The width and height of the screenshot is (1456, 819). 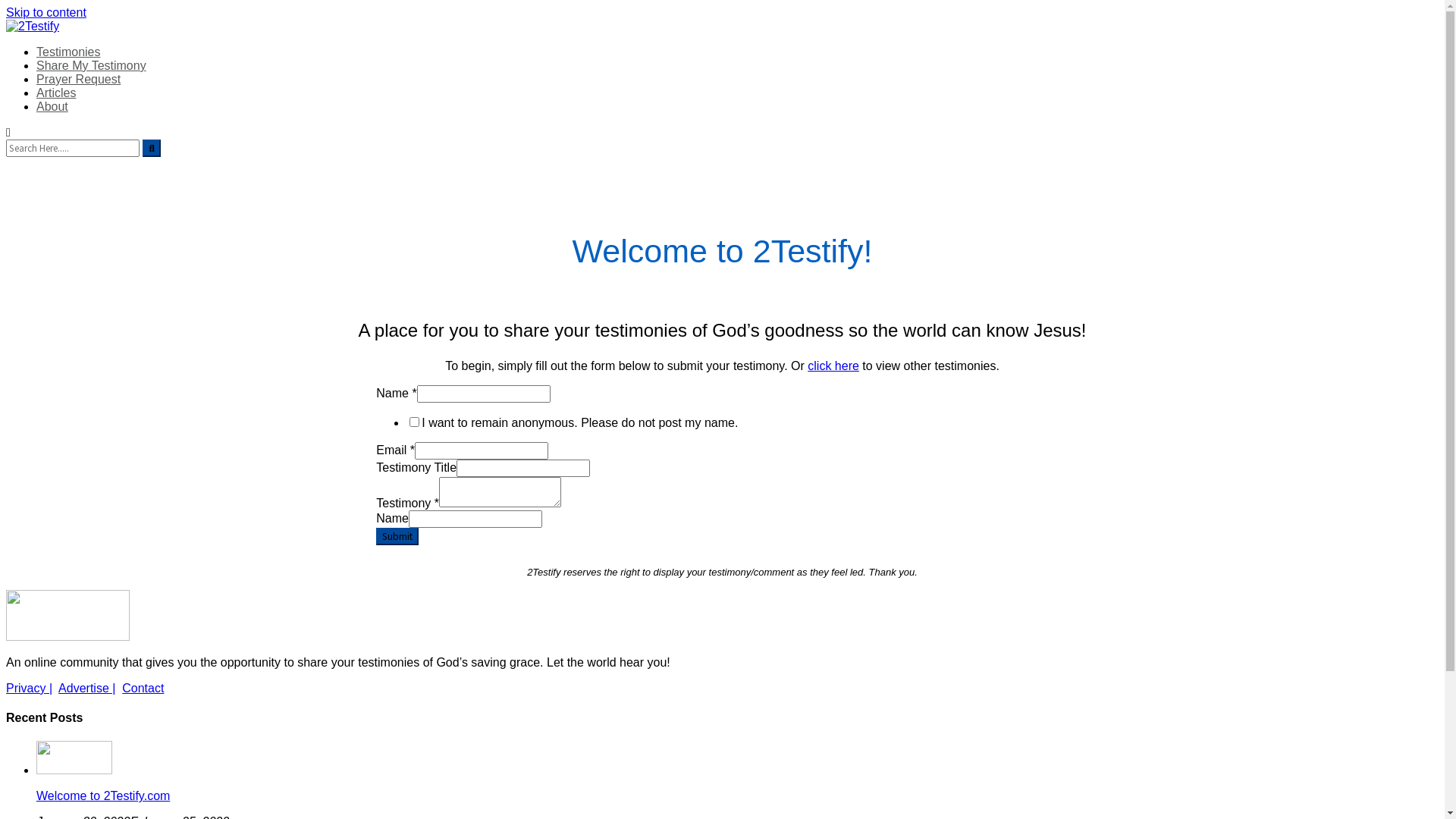 I want to click on 'Skip to content', so click(x=46, y=12).